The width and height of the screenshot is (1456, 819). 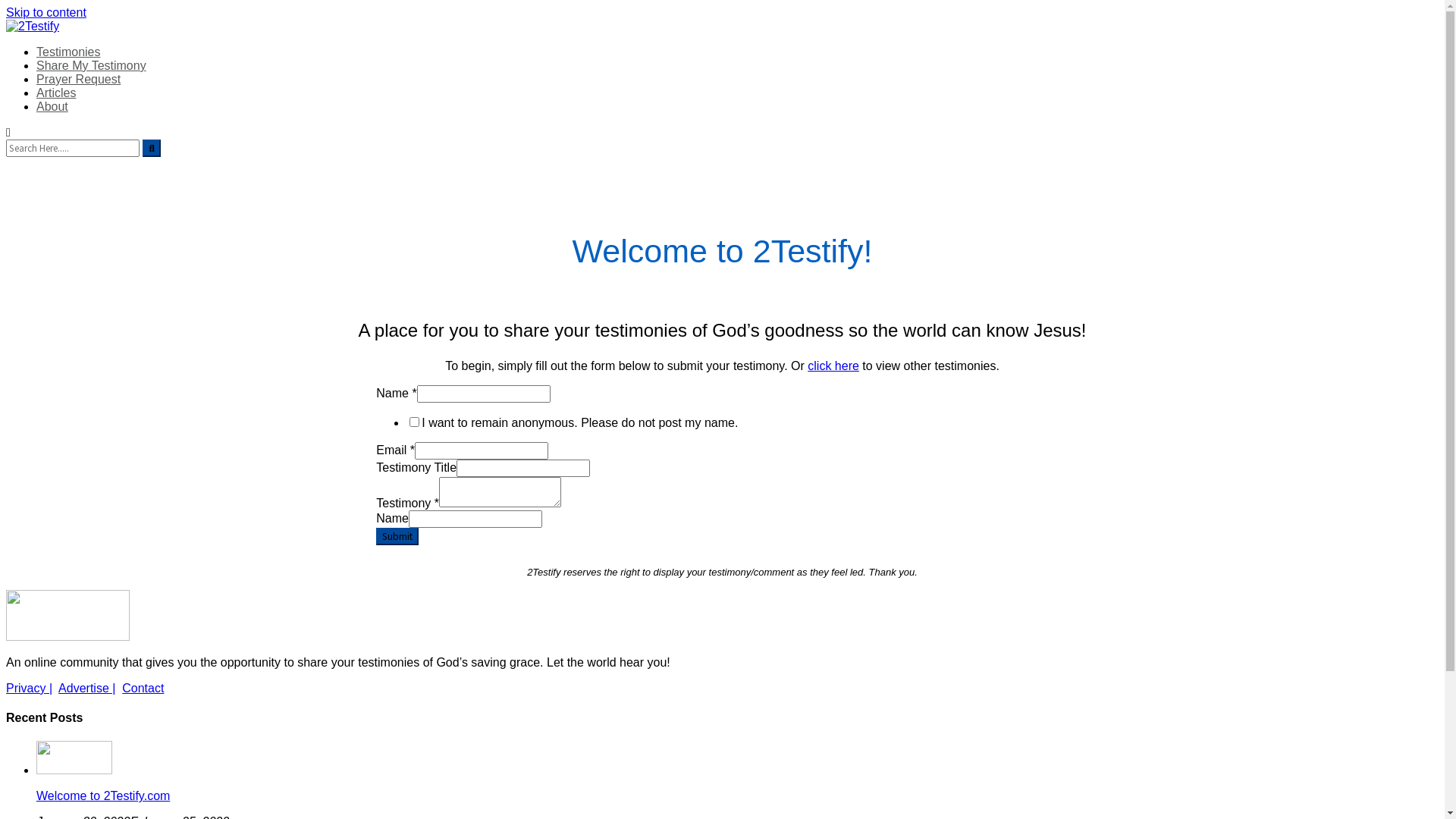 I want to click on 'Skip to content', so click(x=46, y=12).